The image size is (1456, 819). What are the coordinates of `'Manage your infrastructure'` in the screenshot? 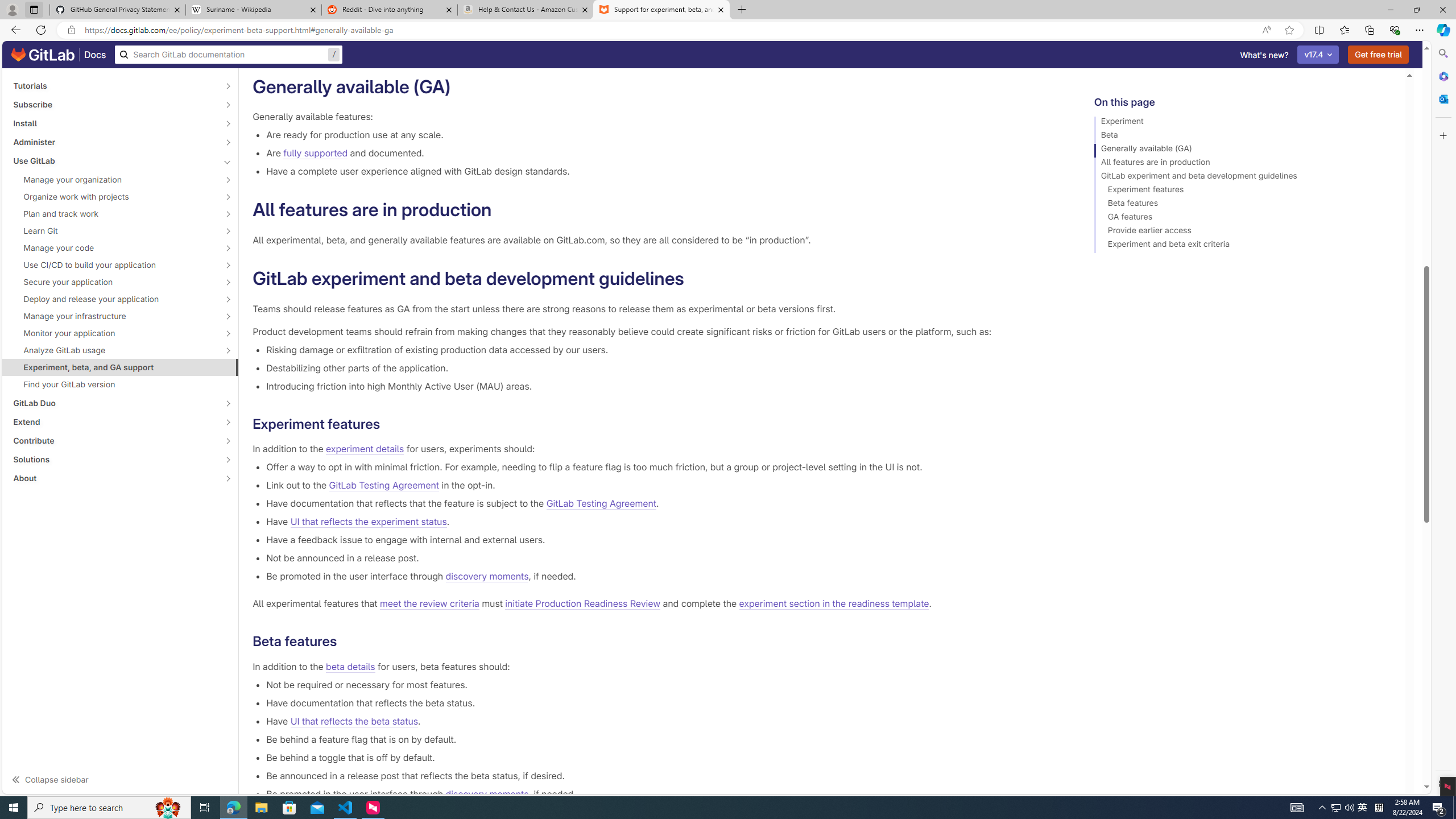 It's located at (113, 316).